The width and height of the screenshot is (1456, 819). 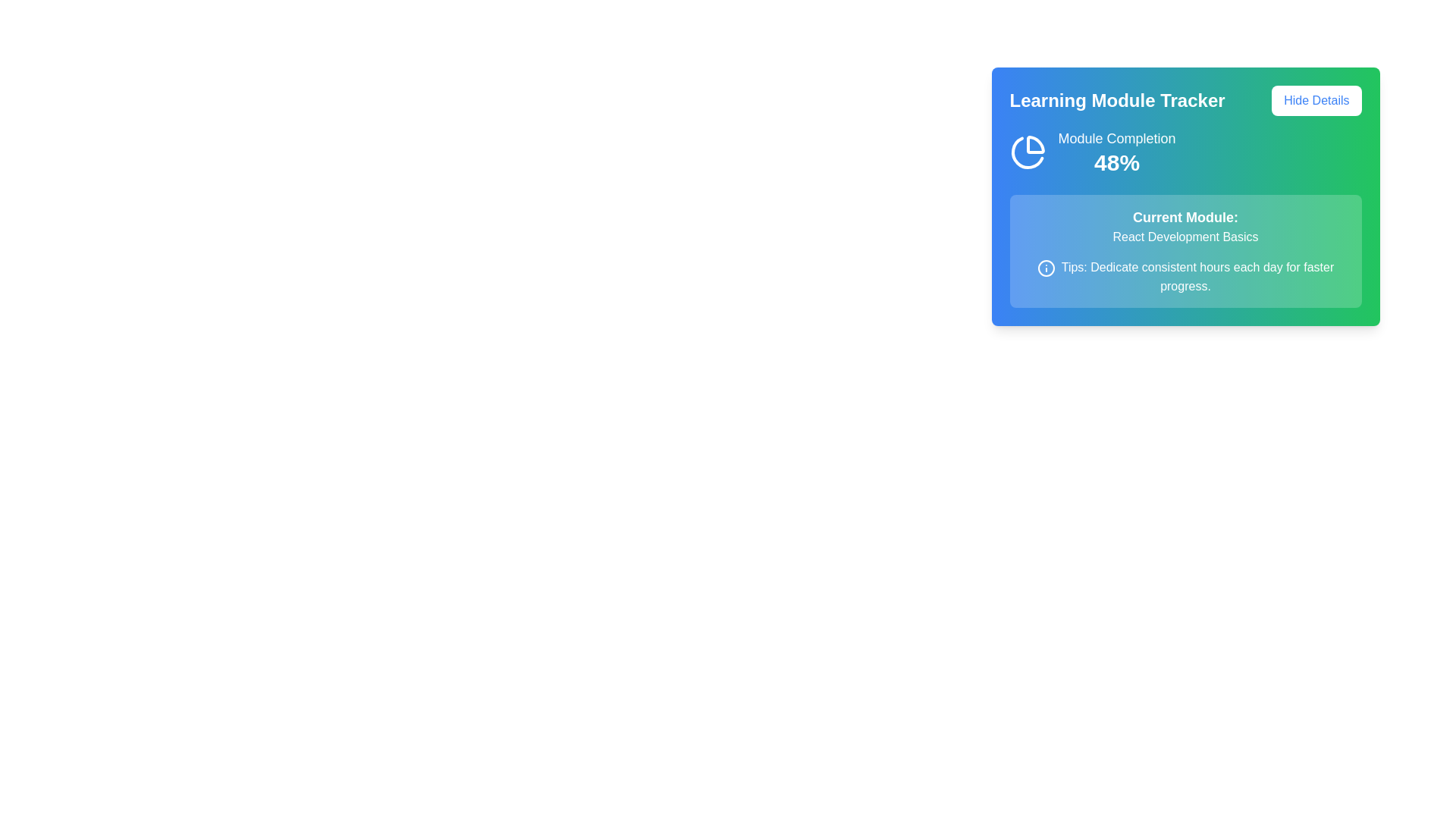 What do you see at coordinates (1185, 213) in the screenshot?
I see `the Informational Card displaying progress information about the user's learning module, located in the upper-right section of the view` at bounding box center [1185, 213].